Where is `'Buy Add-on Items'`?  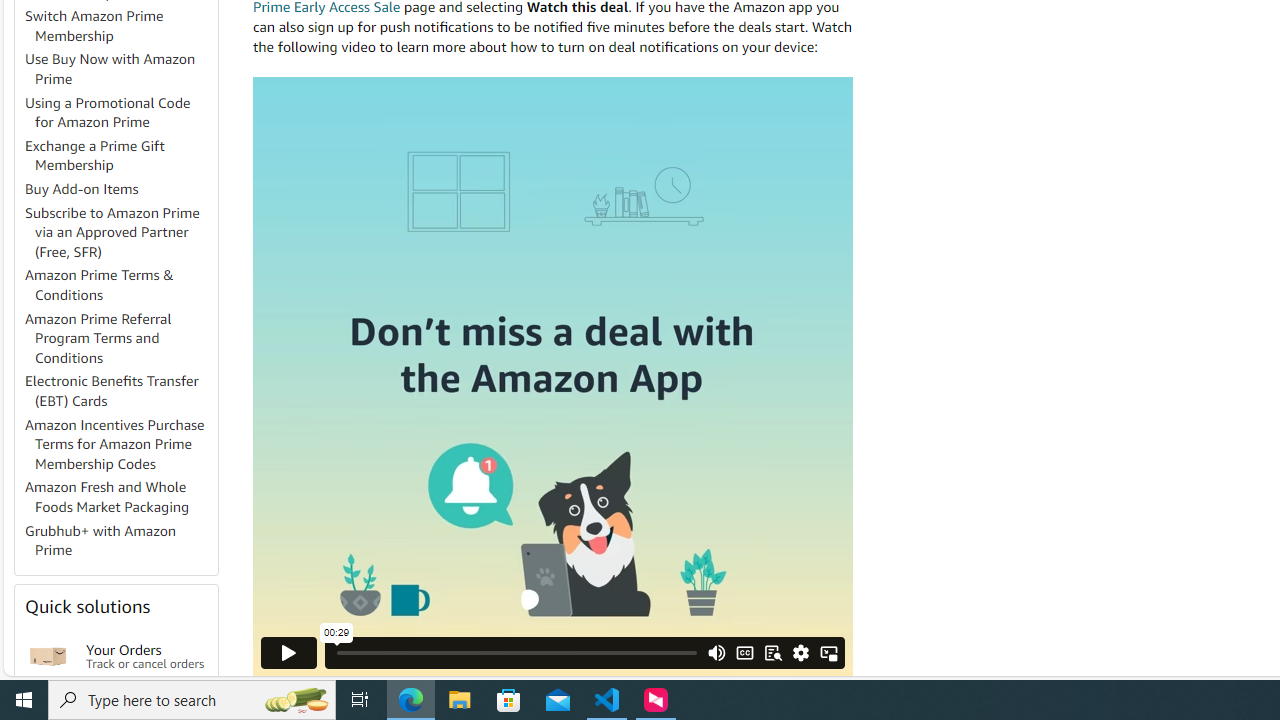 'Buy Add-on Items' is located at coordinates (119, 190).